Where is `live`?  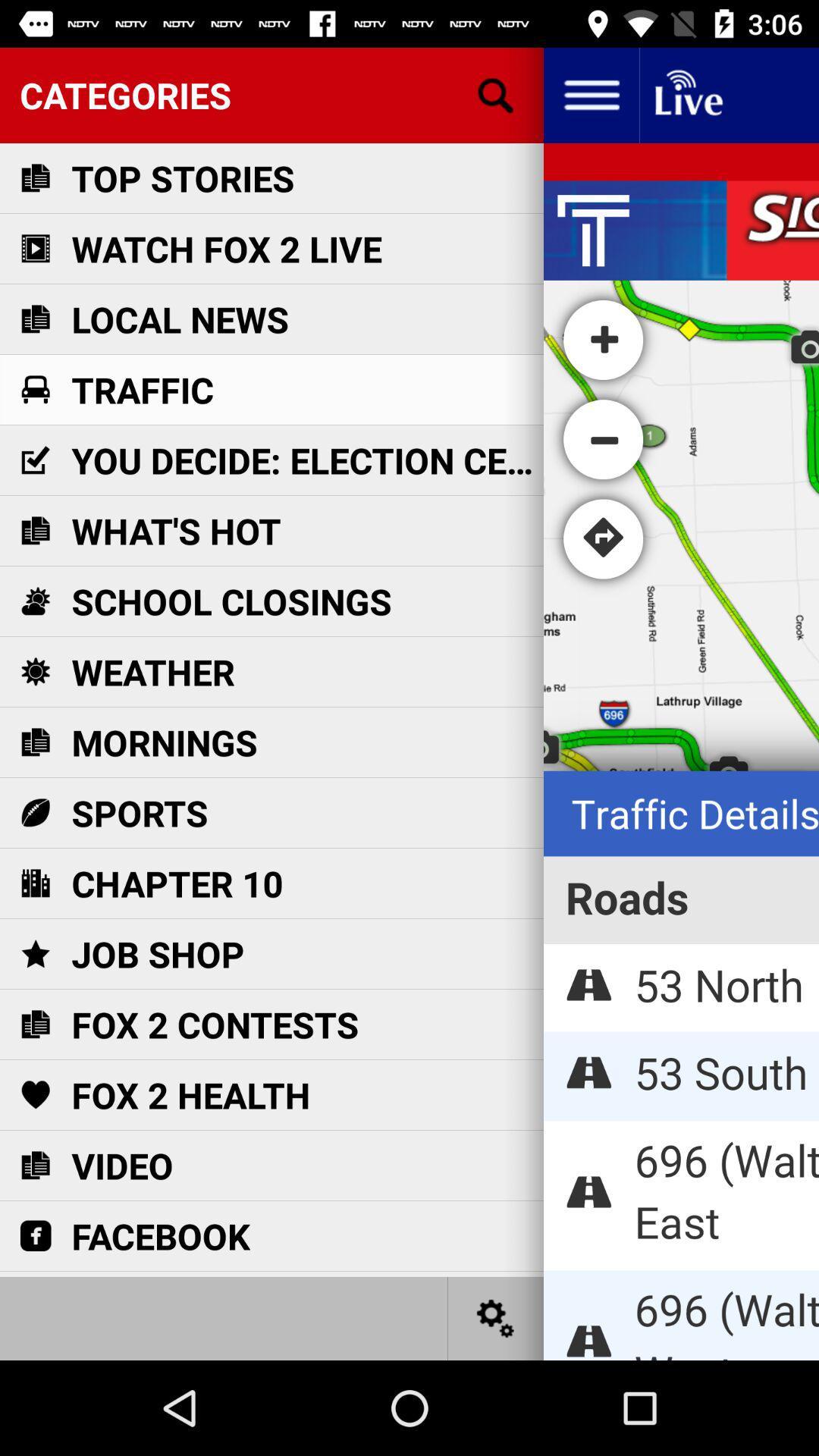
live is located at coordinates (687, 94).